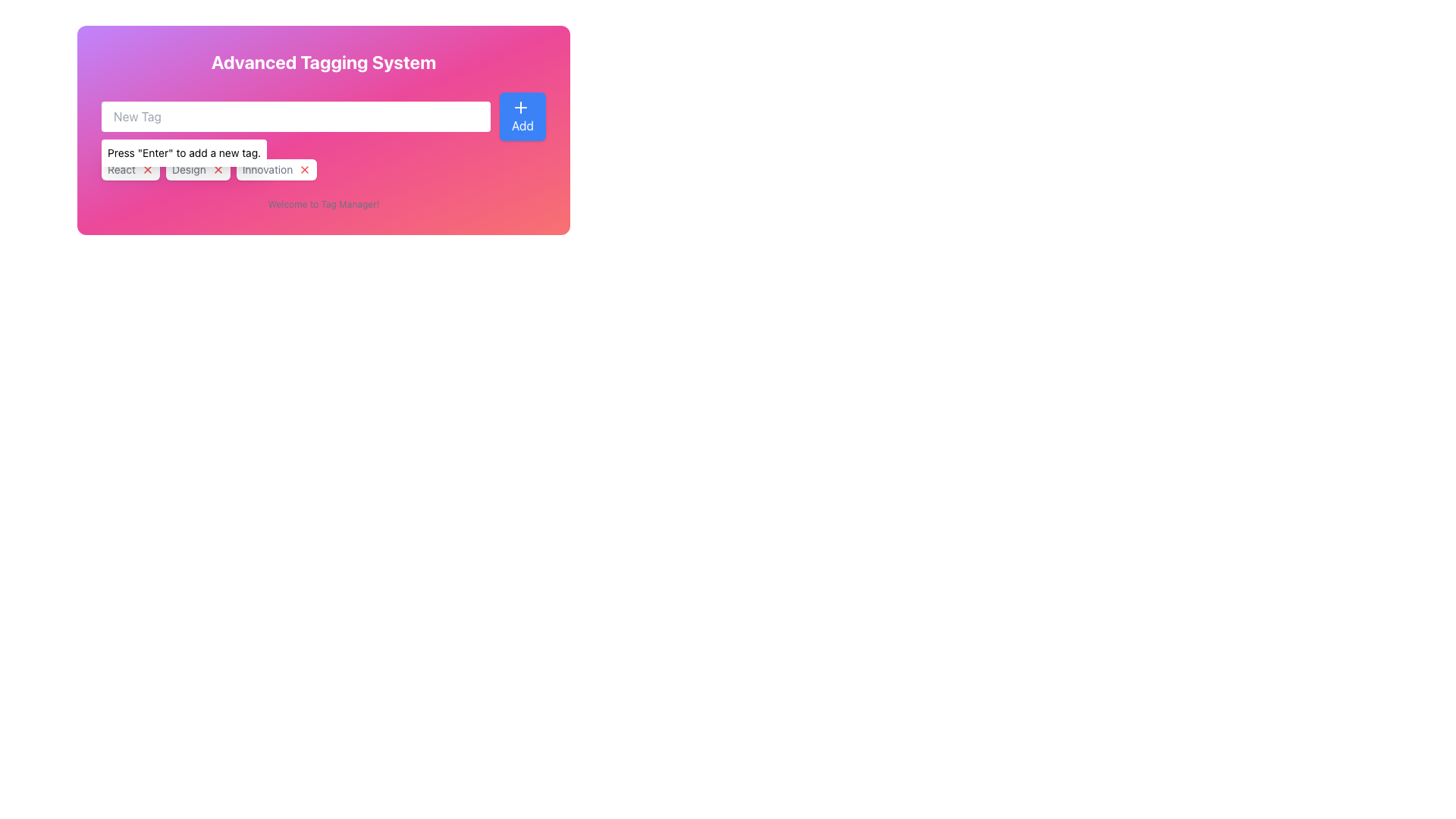  Describe the element at coordinates (520, 107) in the screenshot. I see `the 'Add' icon located at the center of the blue button to perform the hover action` at that location.